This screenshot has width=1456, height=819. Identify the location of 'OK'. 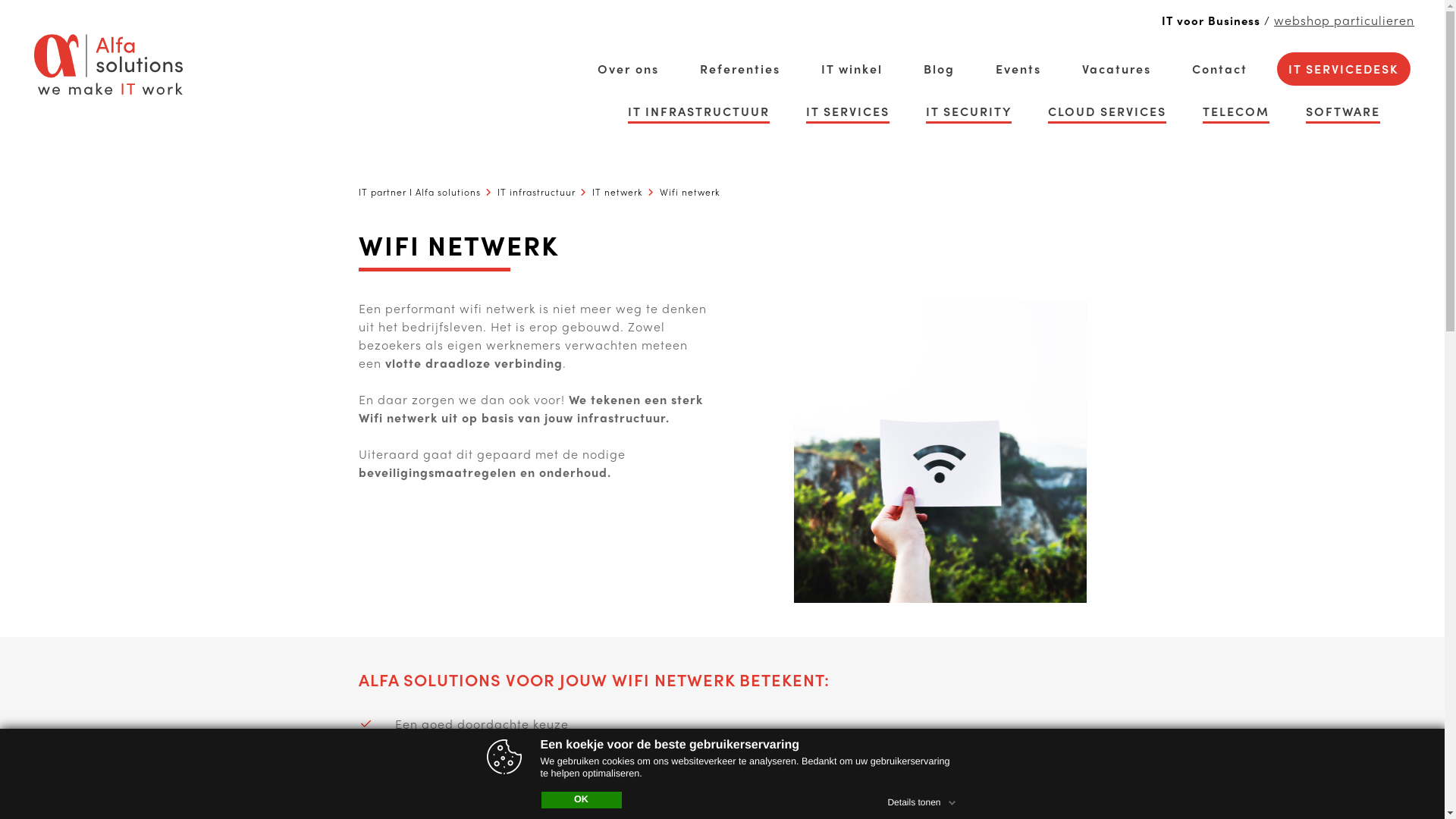
(541, 799).